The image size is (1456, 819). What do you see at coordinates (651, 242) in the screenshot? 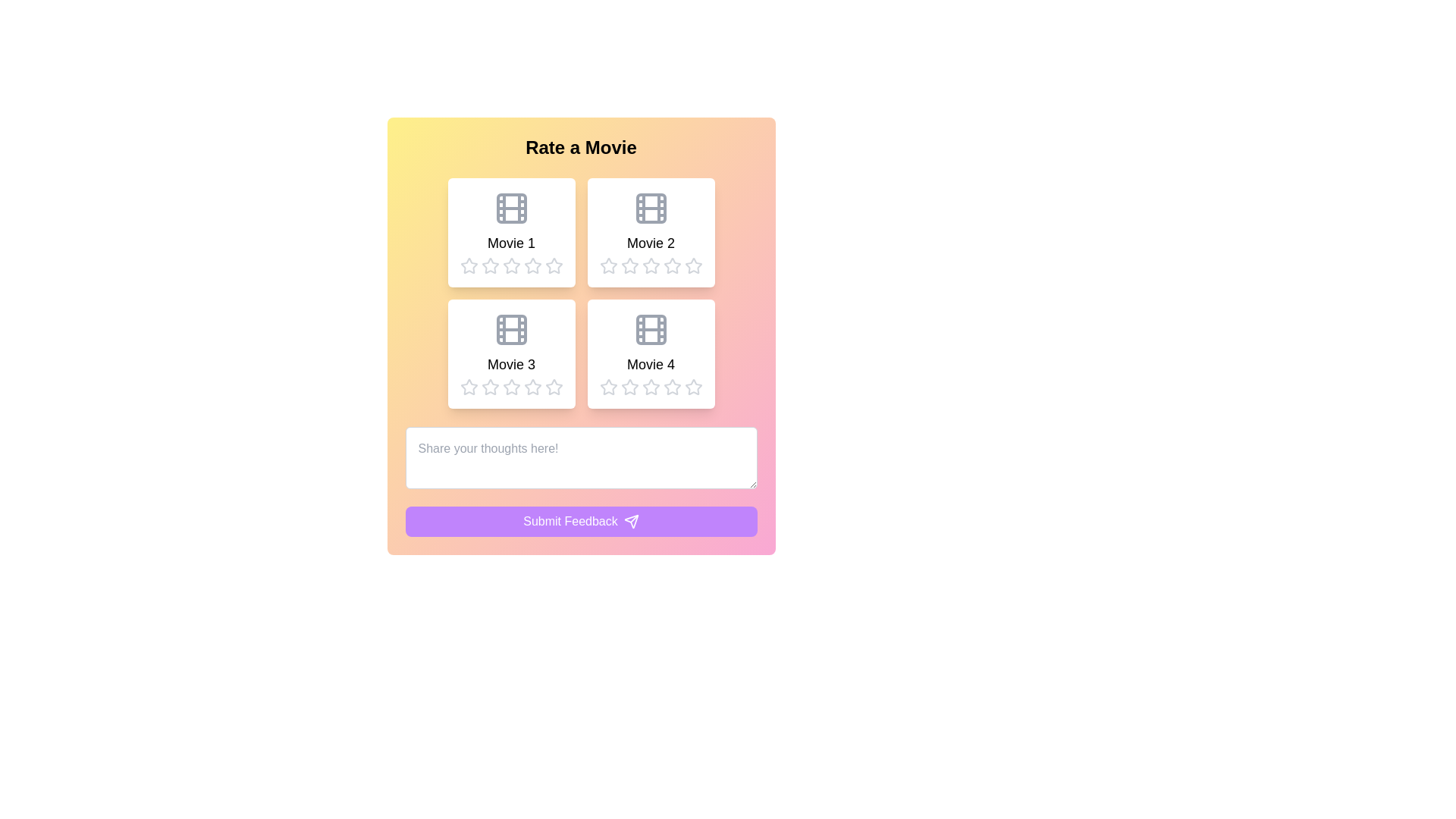
I see `text label indicating the title of the movie, 'Movie 2', located in the top-right section of the card grid, below the film reel icon and above the five-star rating icons` at bounding box center [651, 242].